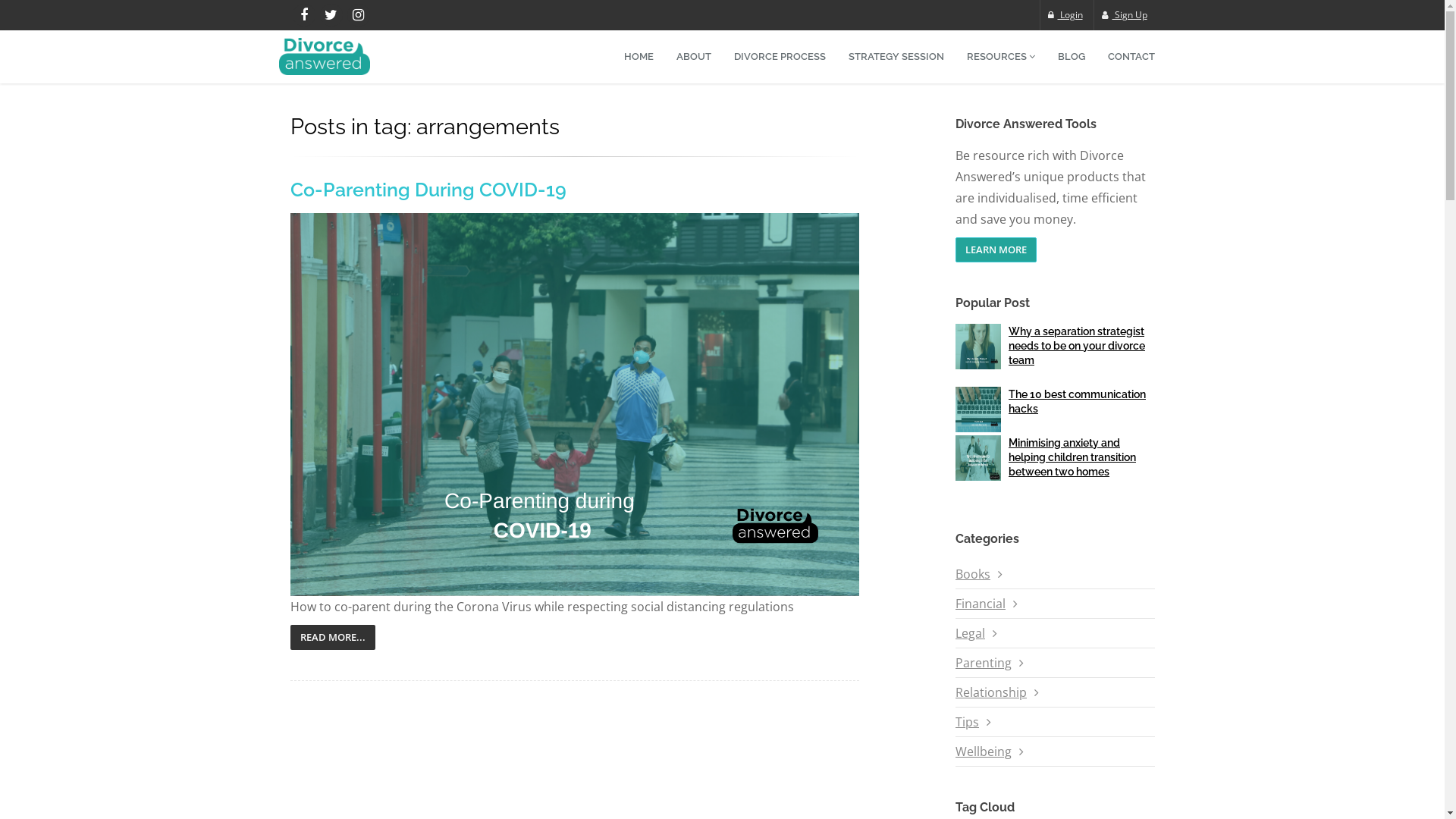 This screenshot has height=819, width=1456. Describe the element at coordinates (331, 637) in the screenshot. I see `'READ MORE...'` at that location.